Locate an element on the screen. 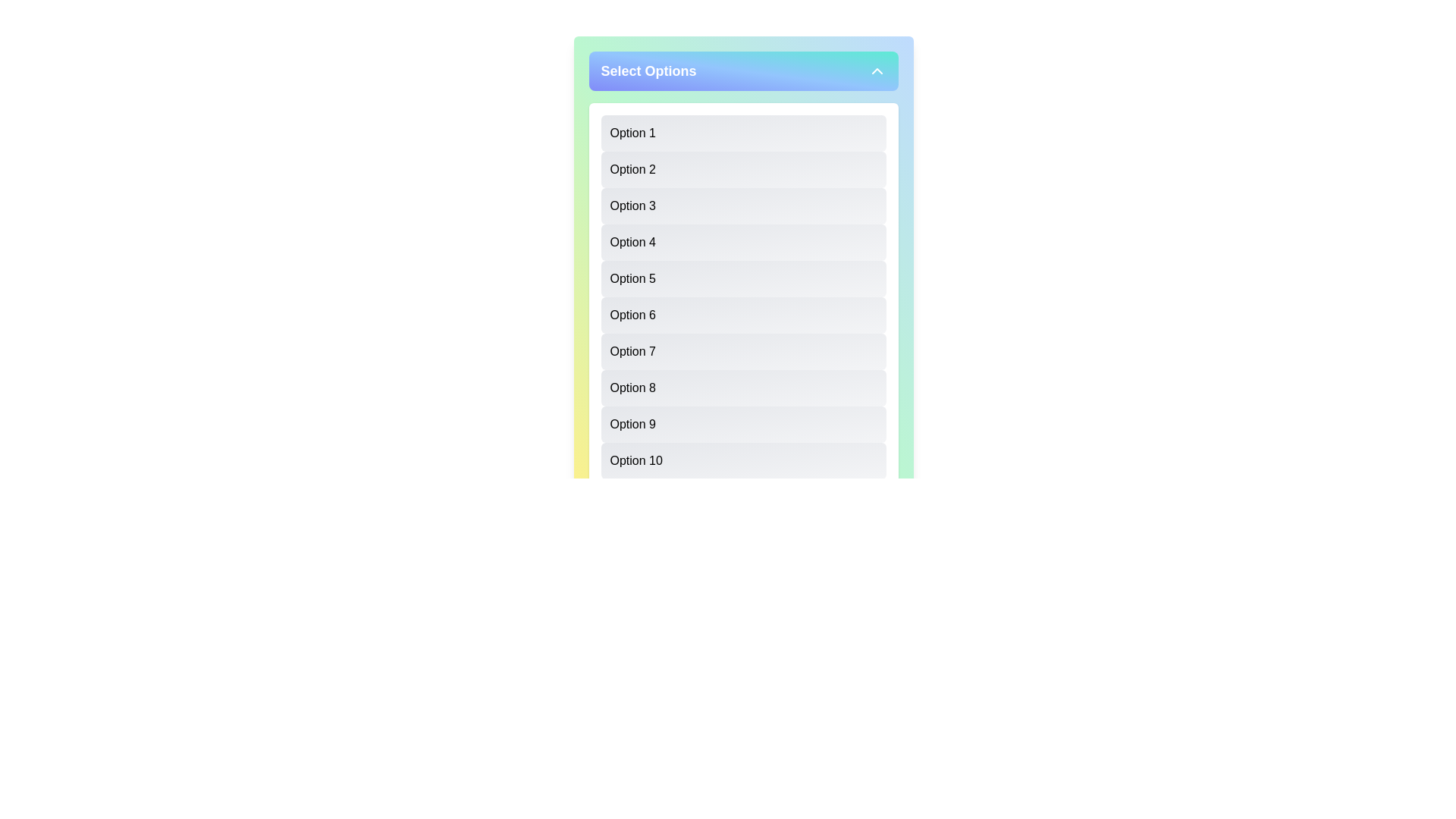 This screenshot has height=819, width=1456. the fifth selectable option label in the list under the 'Select Options' dropdown menu is located at coordinates (632, 278).